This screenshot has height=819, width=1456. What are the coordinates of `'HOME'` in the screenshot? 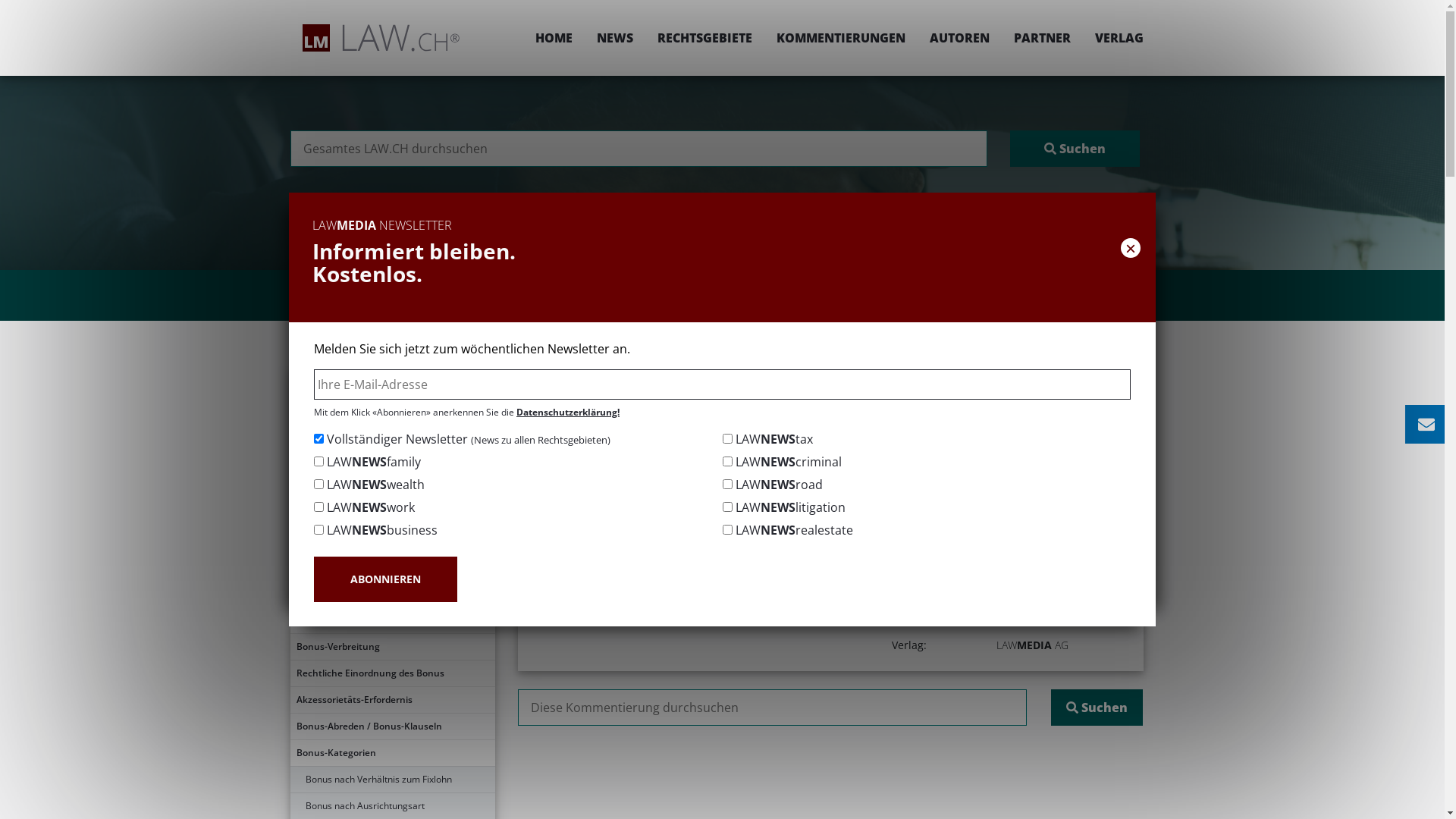 It's located at (553, 37).